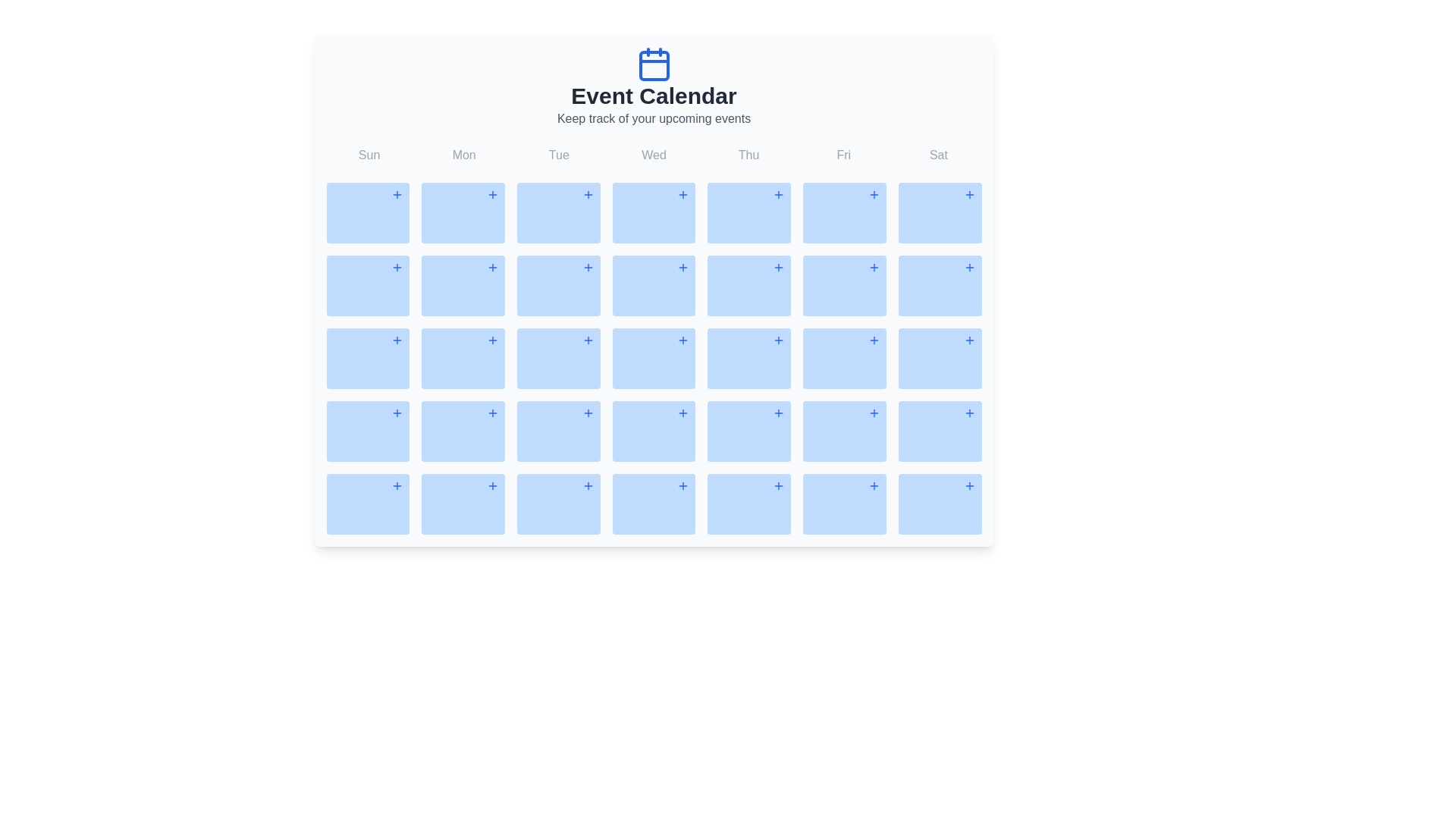  I want to click on the button located, so click(968, 339).